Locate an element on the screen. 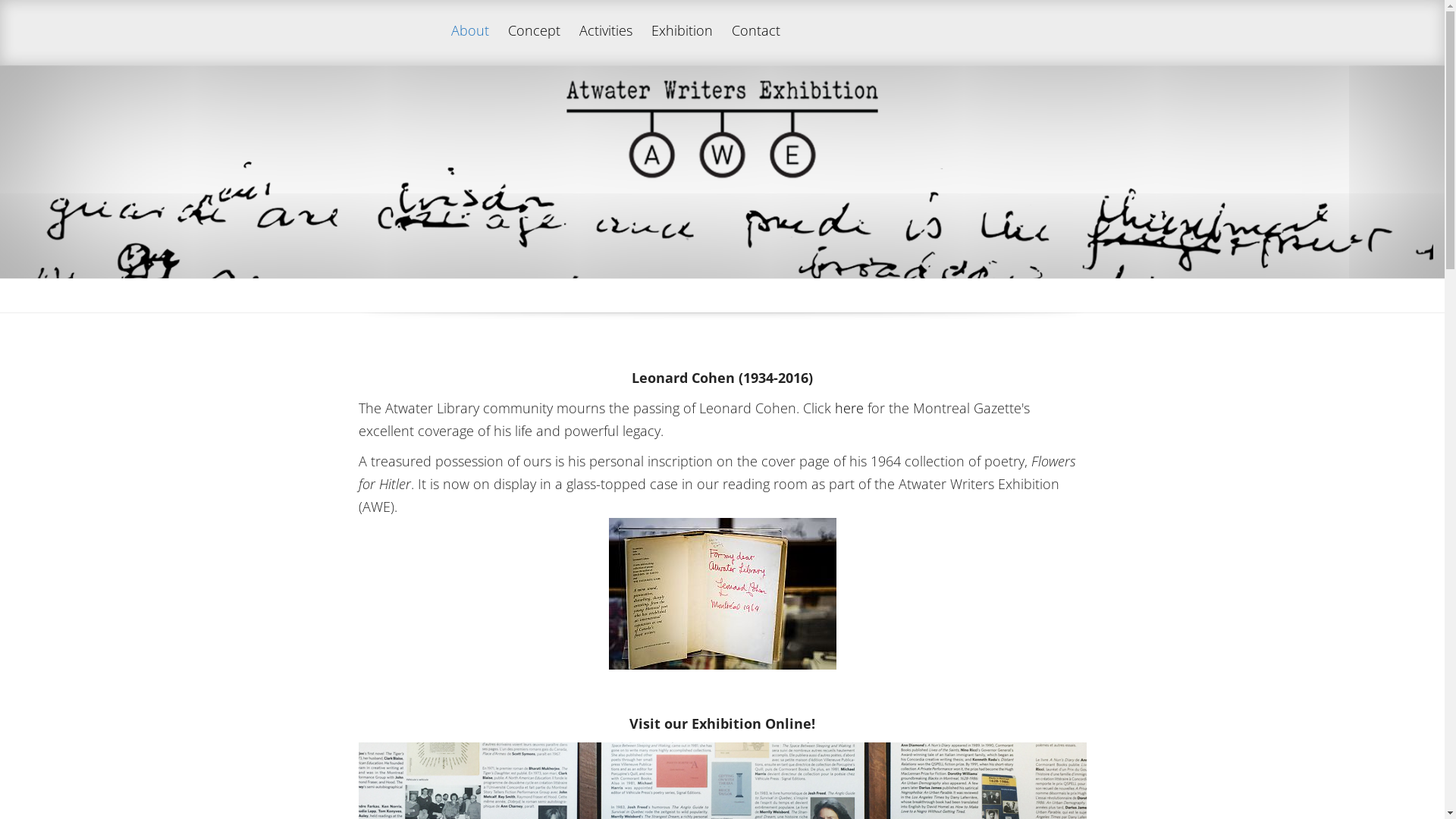  'Concept' is located at coordinates (534, 43).